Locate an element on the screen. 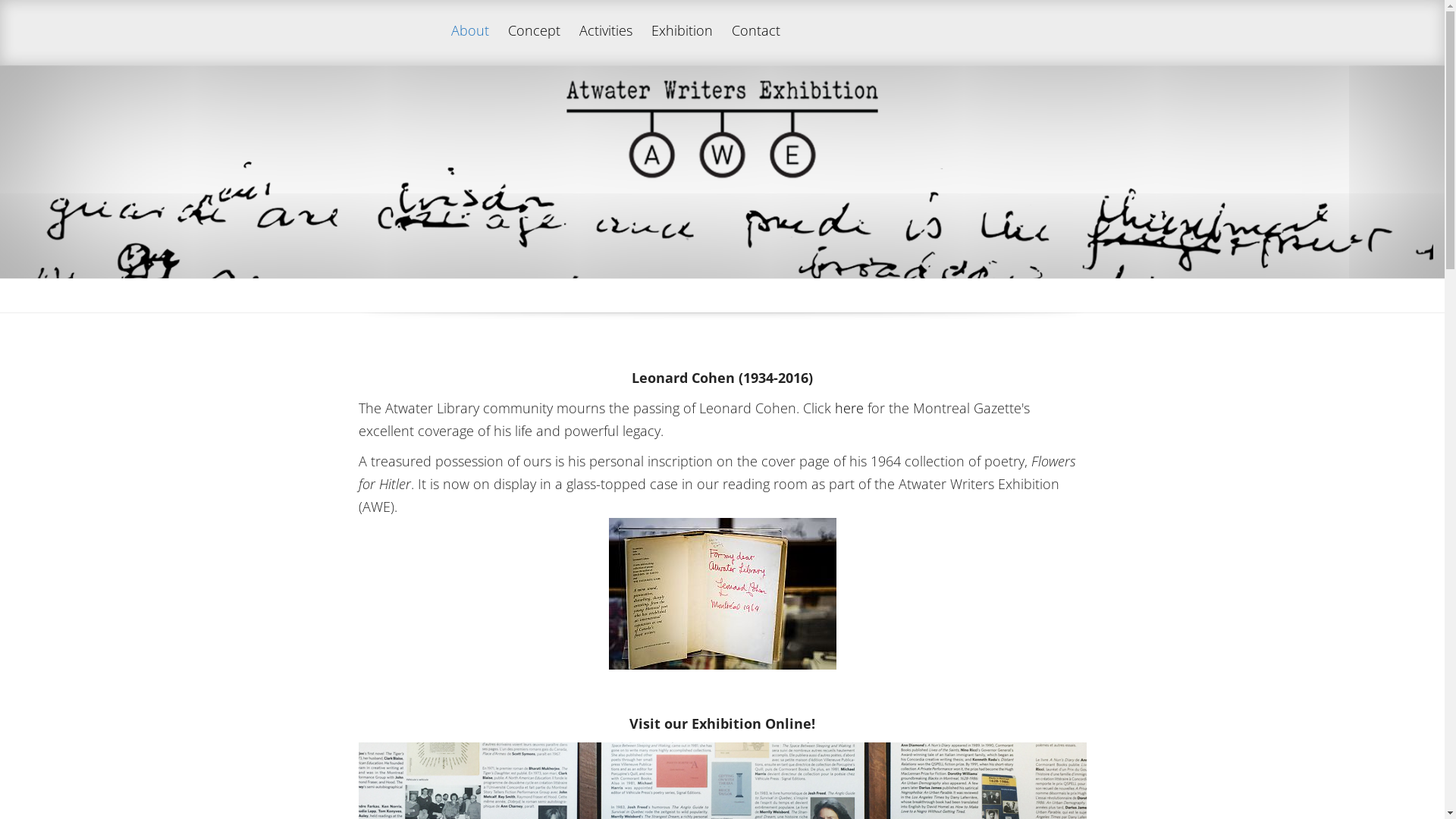  'Concept' is located at coordinates (534, 43).